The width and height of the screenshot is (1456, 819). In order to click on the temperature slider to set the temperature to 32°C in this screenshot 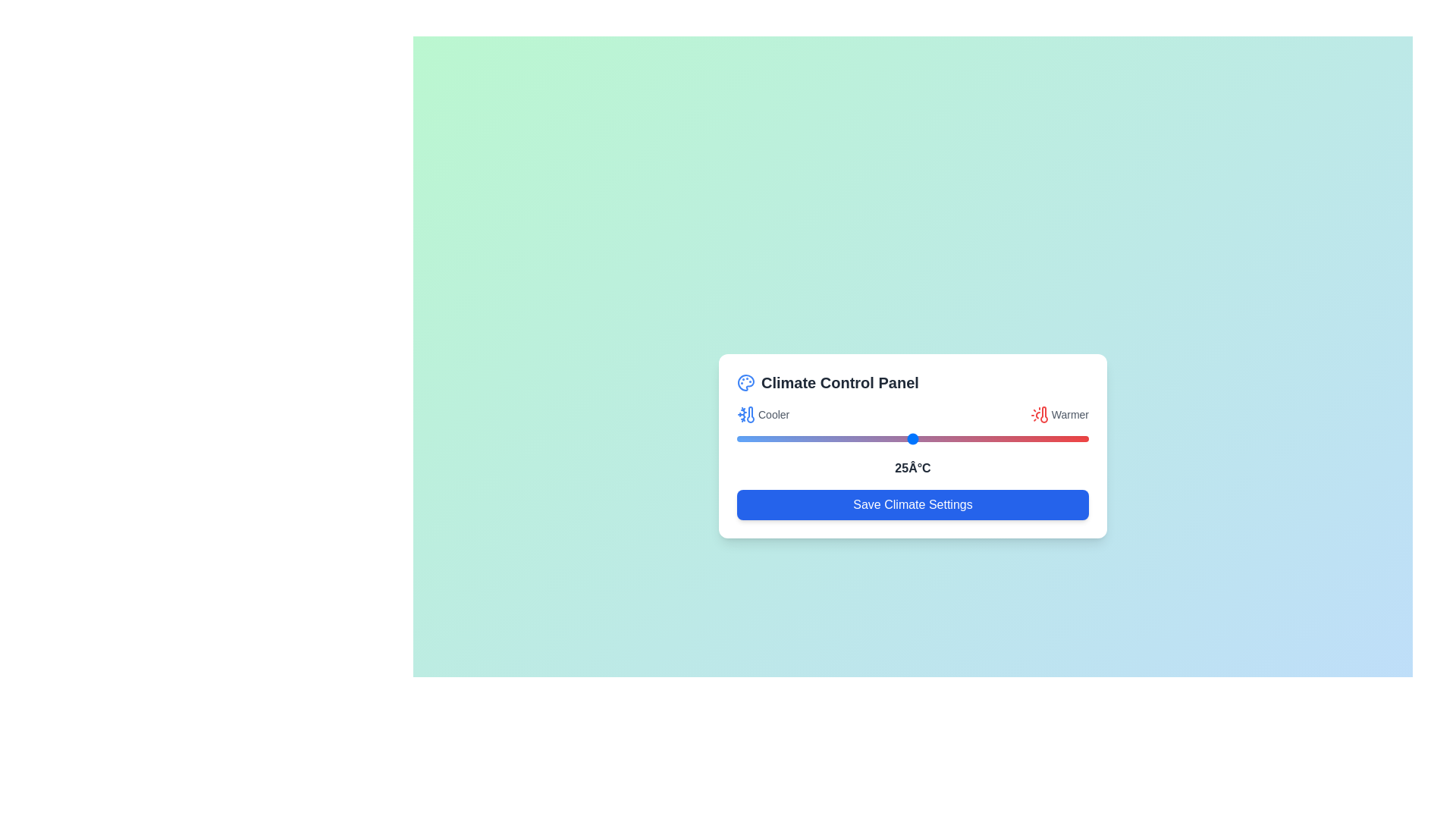, I will do `click(961, 438)`.